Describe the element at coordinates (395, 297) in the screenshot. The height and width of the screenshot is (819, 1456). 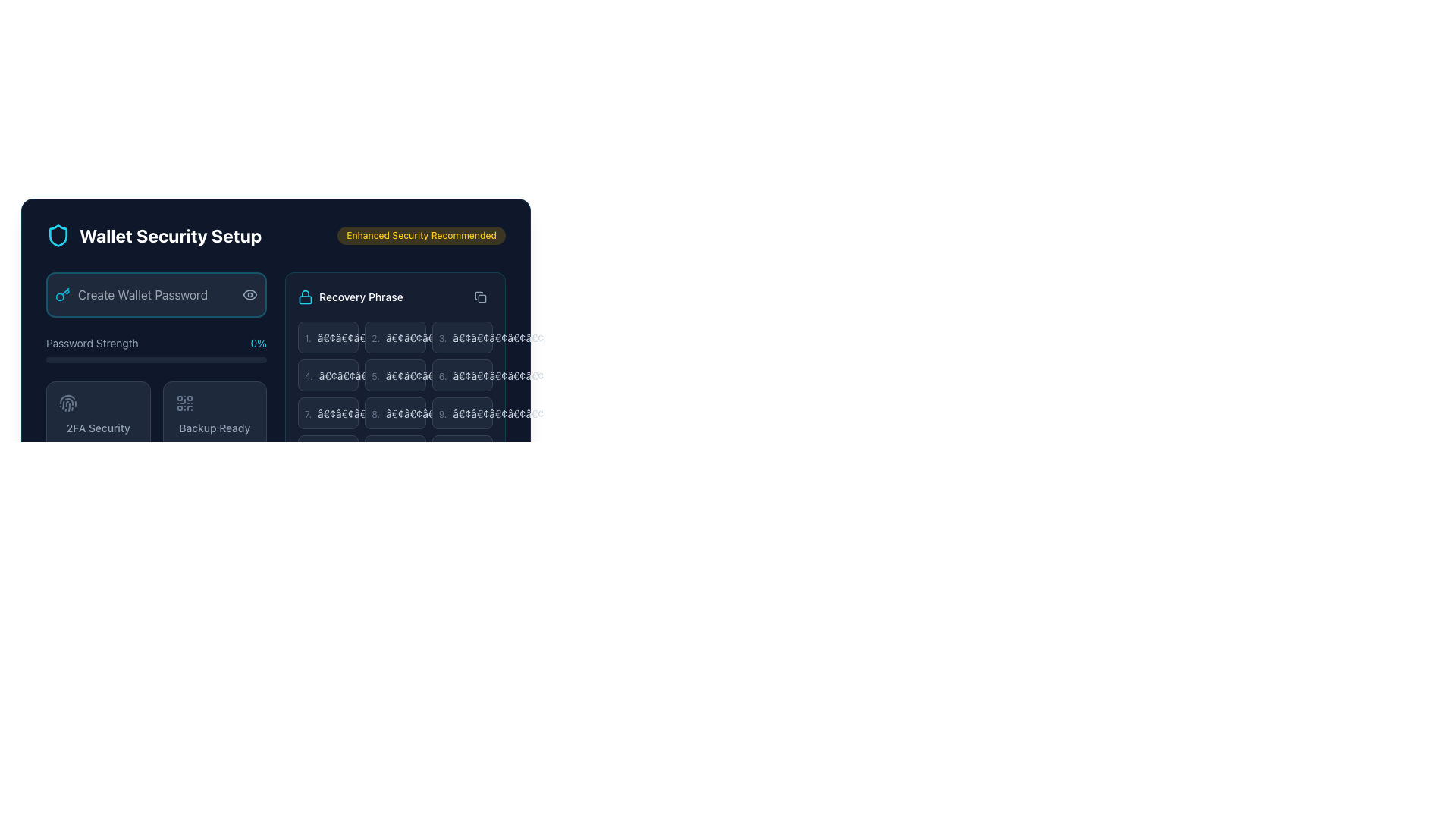
I see `the 'Recovery Phrase' label which displays a lock icon on the left and a copy icon on the right, centrally located in the 'Wallet Security Setup' section` at that location.